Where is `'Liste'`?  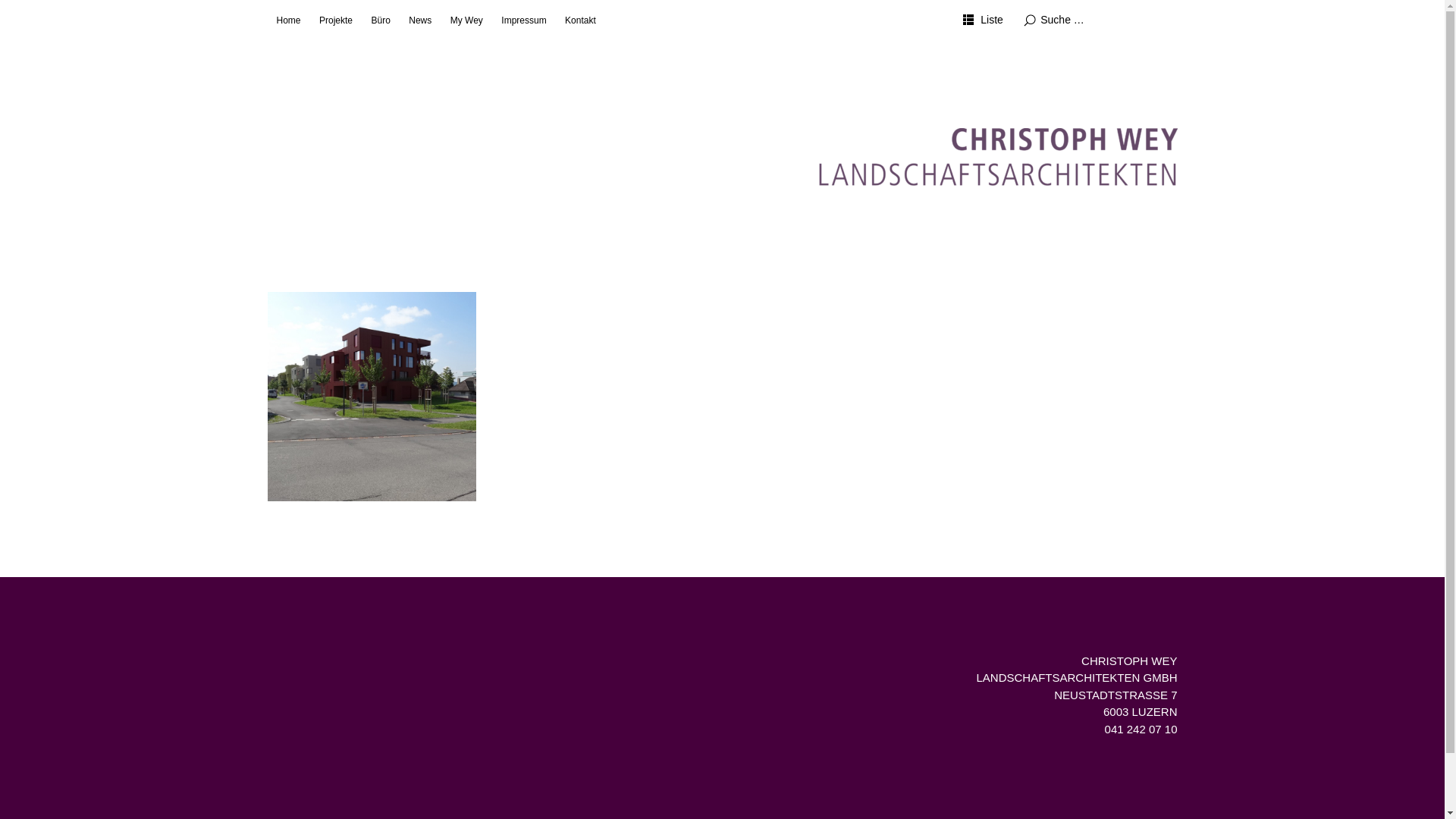 'Liste' is located at coordinates (983, 20).